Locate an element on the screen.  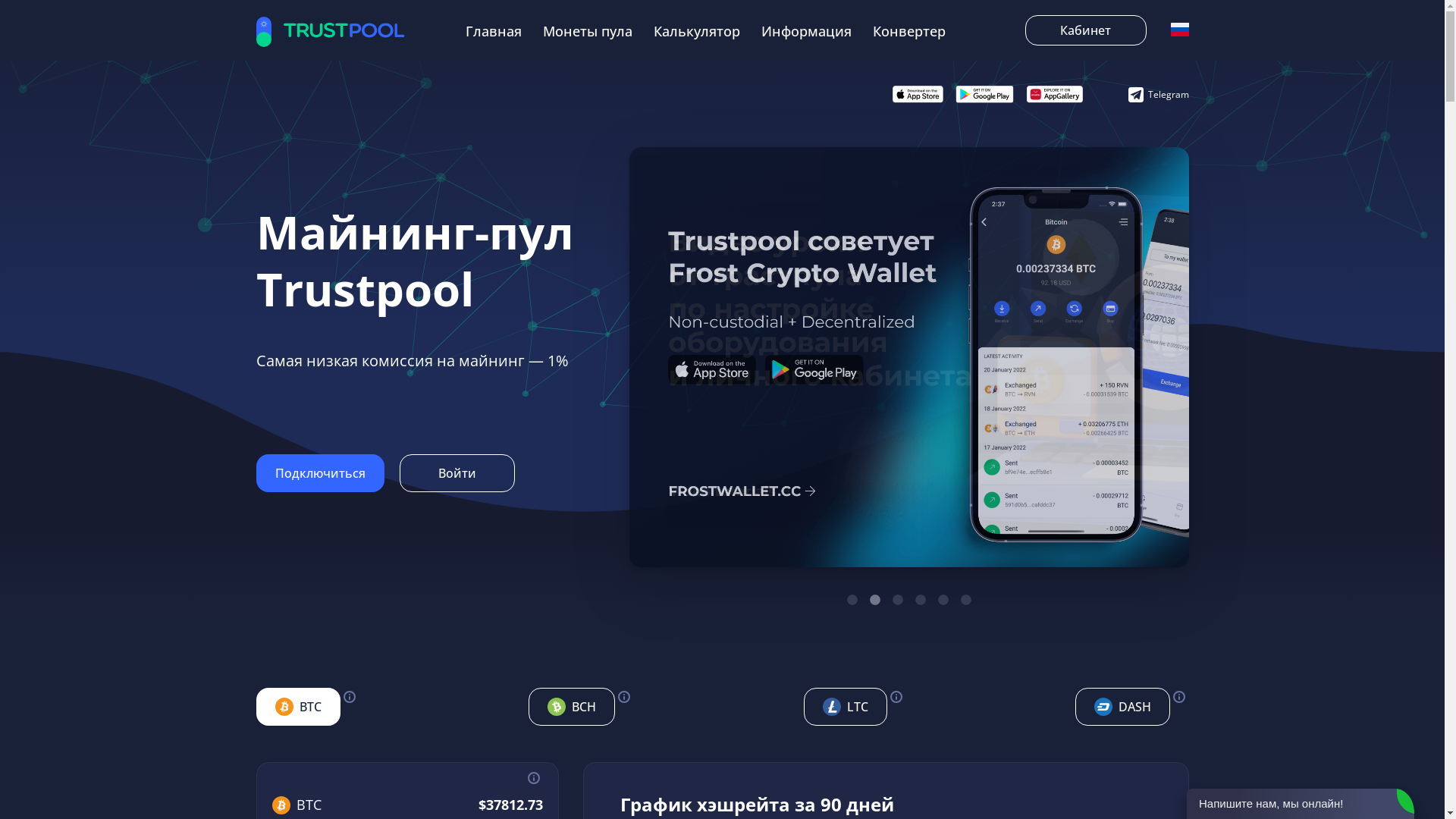
'6' is located at coordinates (965, 599).